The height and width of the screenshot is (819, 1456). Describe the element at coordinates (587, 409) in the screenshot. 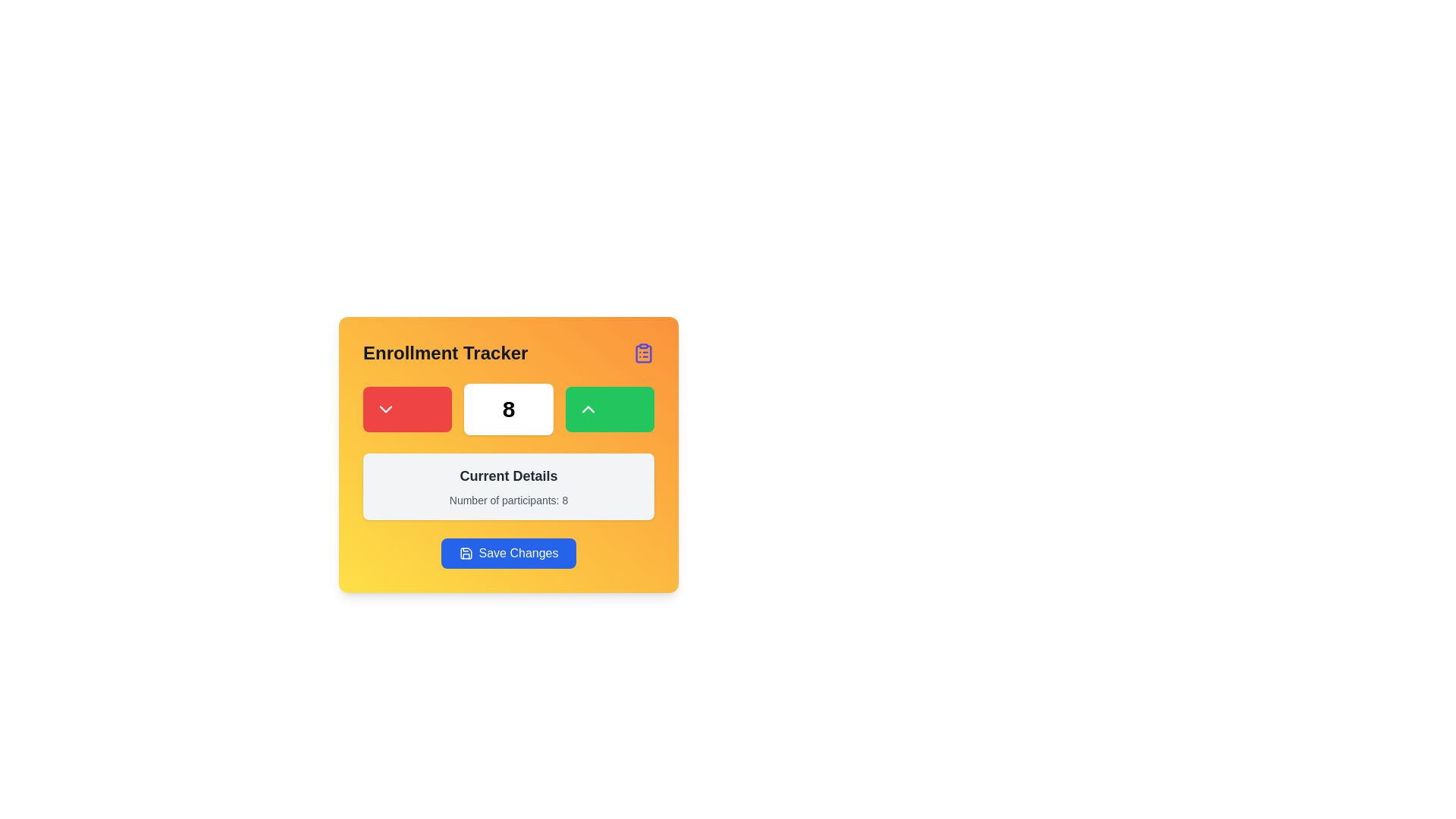

I see `the green square button containing the upward-pointing chevron icon, which is located to the right of a white input field with the number '8' in the Enrollment Tracker section` at that location.